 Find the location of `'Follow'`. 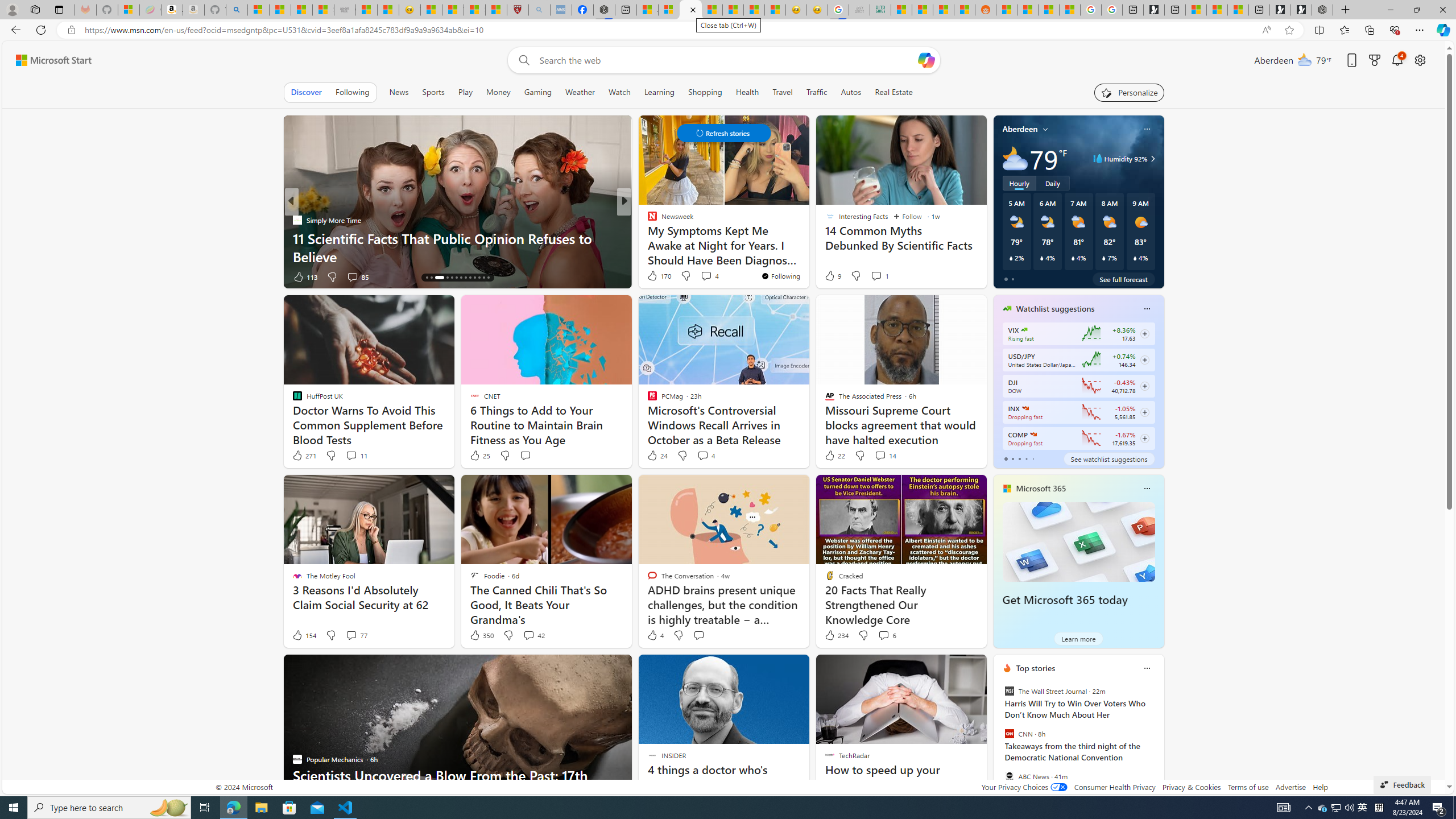

'Follow' is located at coordinates (907, 216).